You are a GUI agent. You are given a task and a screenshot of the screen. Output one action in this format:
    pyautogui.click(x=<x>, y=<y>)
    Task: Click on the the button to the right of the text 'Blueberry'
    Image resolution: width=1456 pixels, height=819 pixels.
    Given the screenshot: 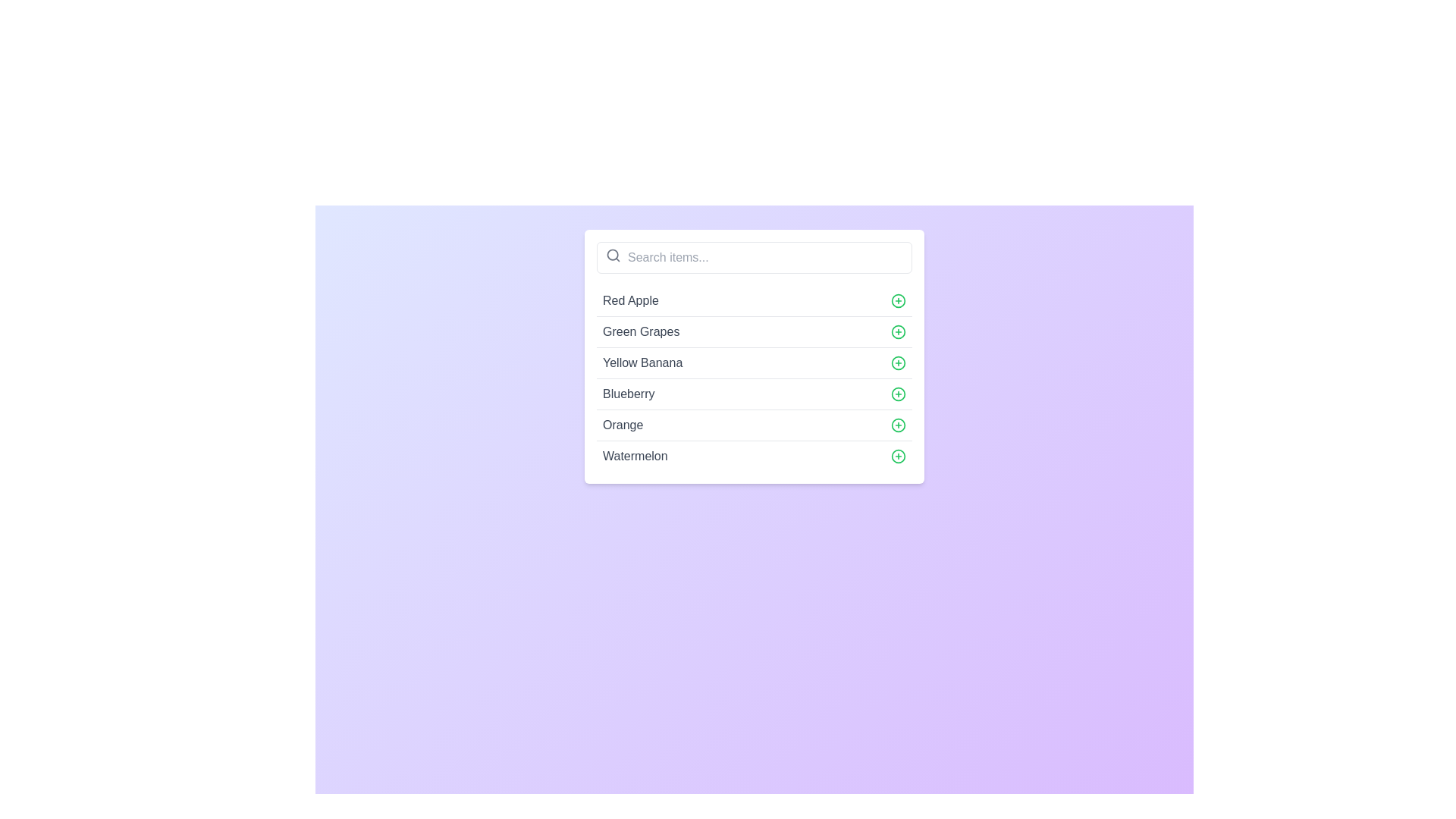 What is the action you would take?
    pyautogui.click(x=899, y=394)
    